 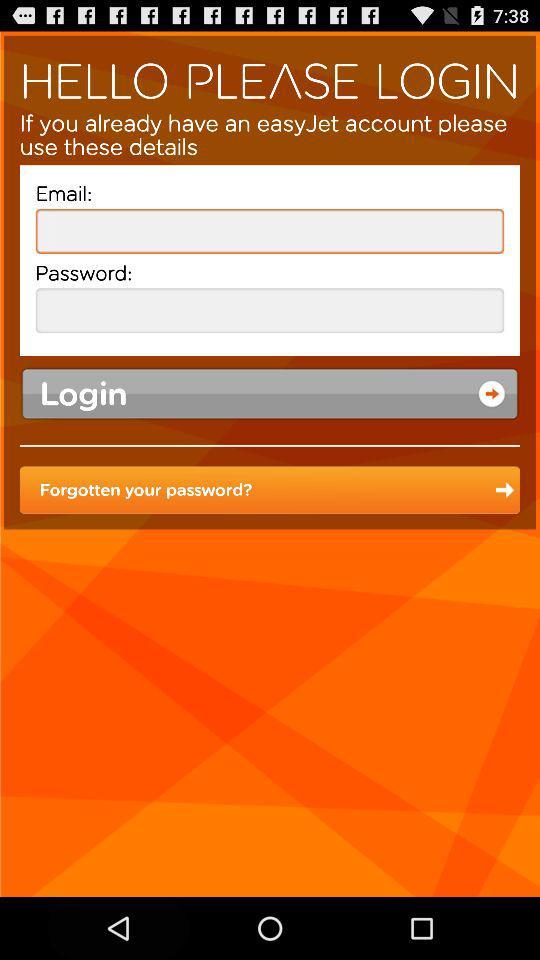 I want to click on password, so click(x=270, y=310).